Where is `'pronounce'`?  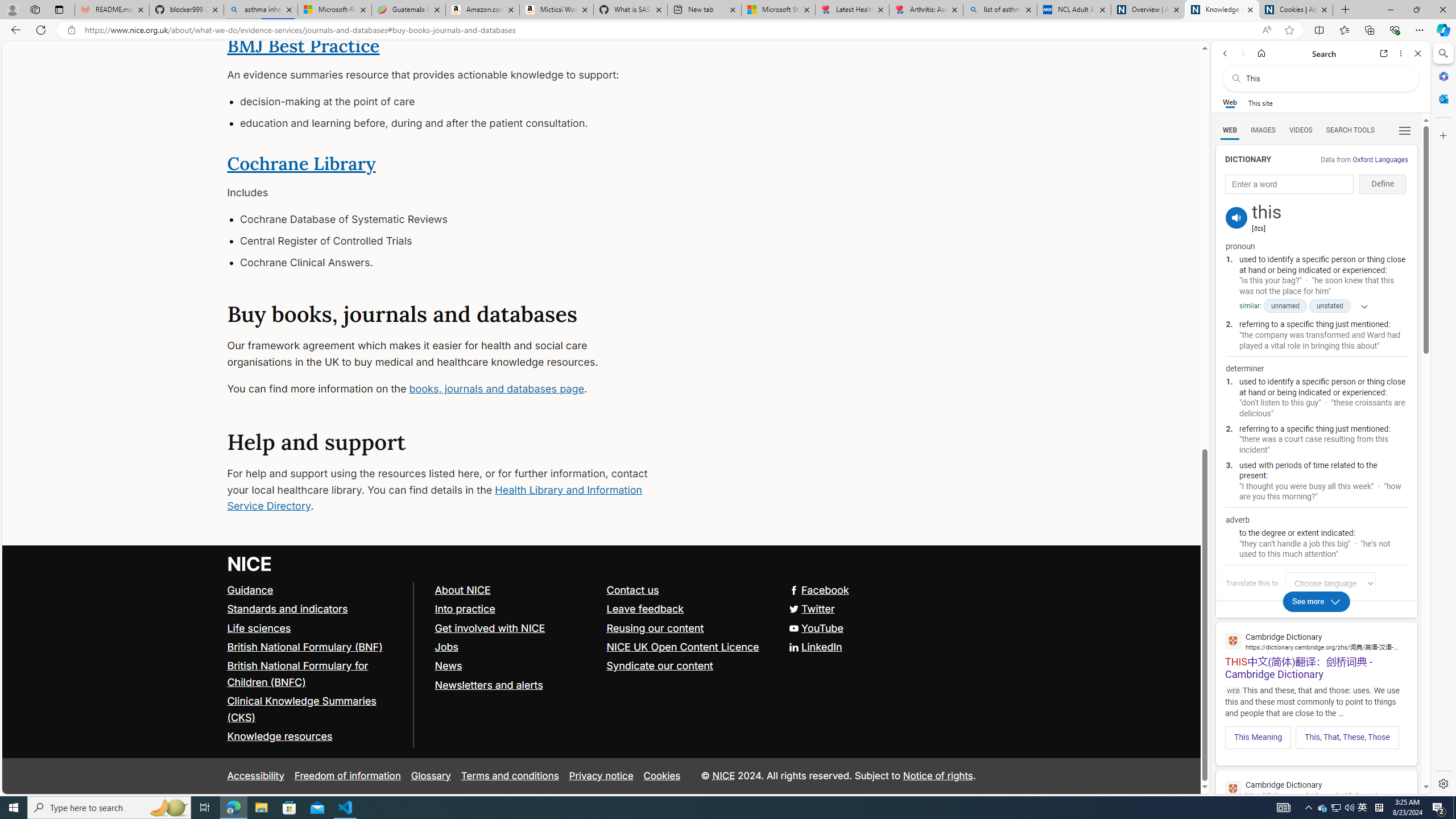
'pronounce' is located at coordinates (1236, 217).